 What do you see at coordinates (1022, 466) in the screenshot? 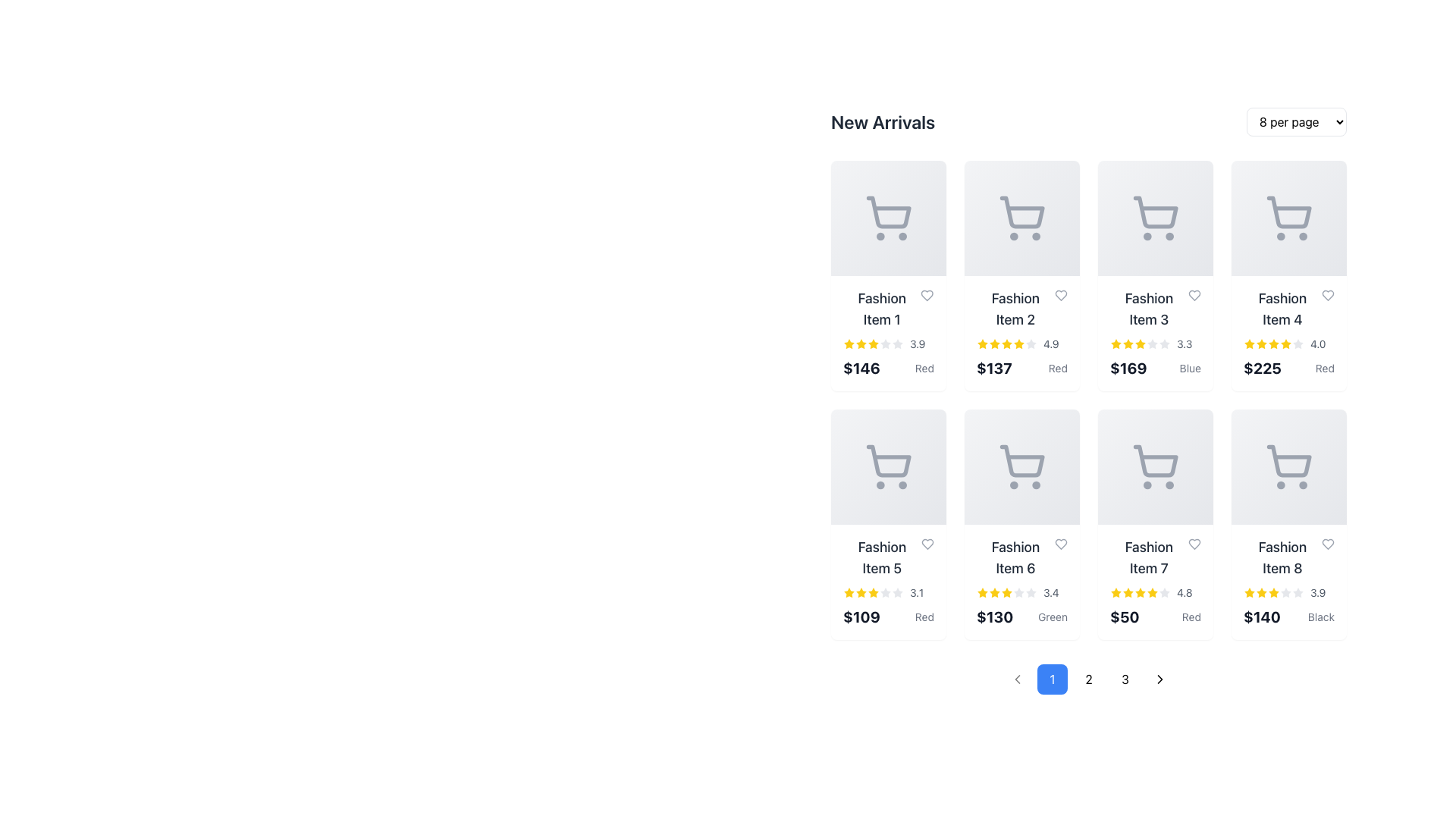
I see `gray square with rounded corners featuring a shopping cart icon, positioned above the text 'Fashion Item 6'` at bounding box center [1022, 466].